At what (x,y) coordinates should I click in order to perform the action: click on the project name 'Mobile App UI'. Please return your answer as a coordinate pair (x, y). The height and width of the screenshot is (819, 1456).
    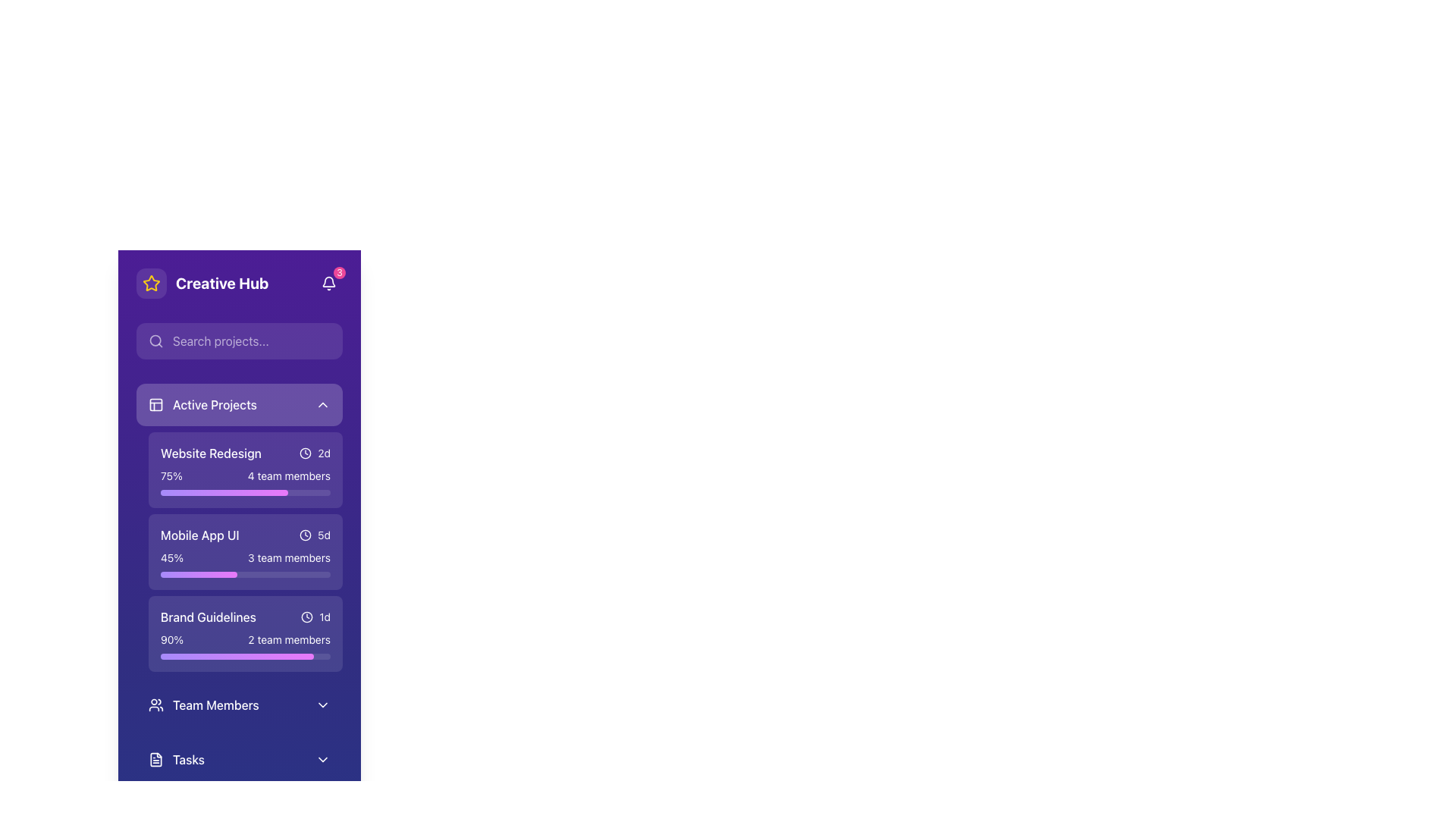
    Looking at the image, I should click on (246, 534).